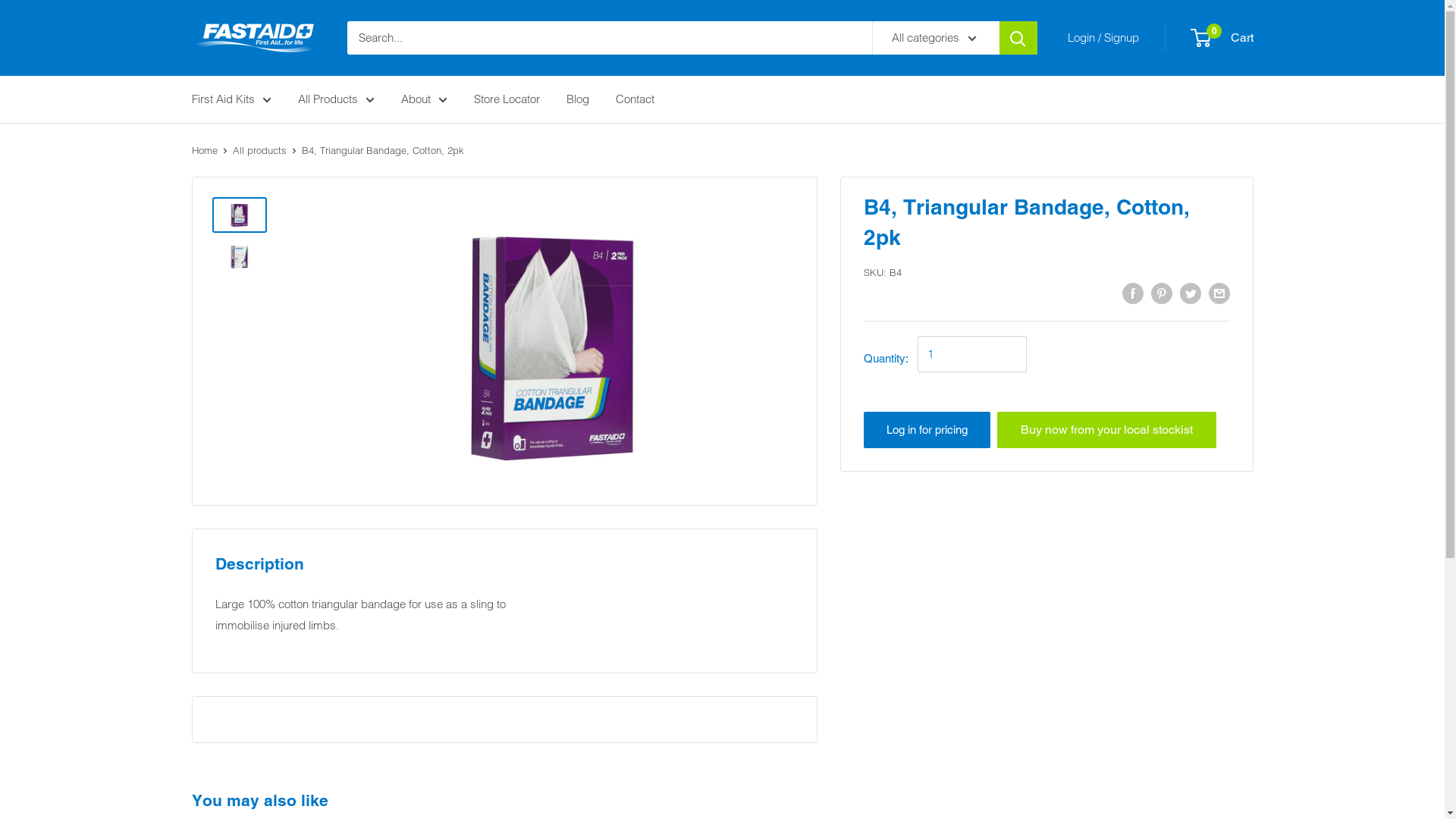 The height and width of the screenshot is (819, 1456). What do you see at coordinates (230, 99) in the screenshot?
I see `'First Aid Kits'` at bounding box center [230, 99].